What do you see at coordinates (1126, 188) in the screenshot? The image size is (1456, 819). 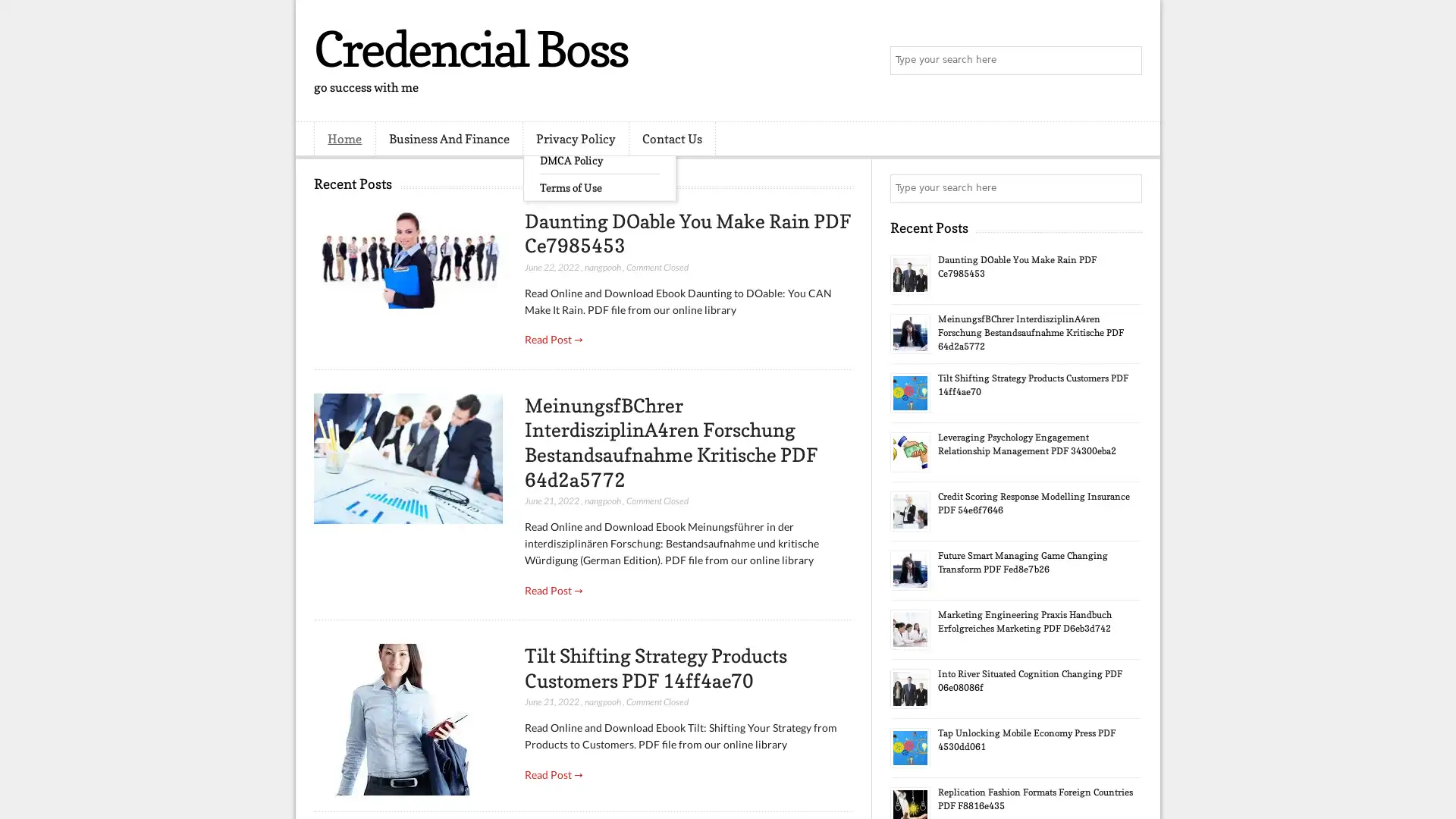 I see `Search` at bounding box center [1126, 188].